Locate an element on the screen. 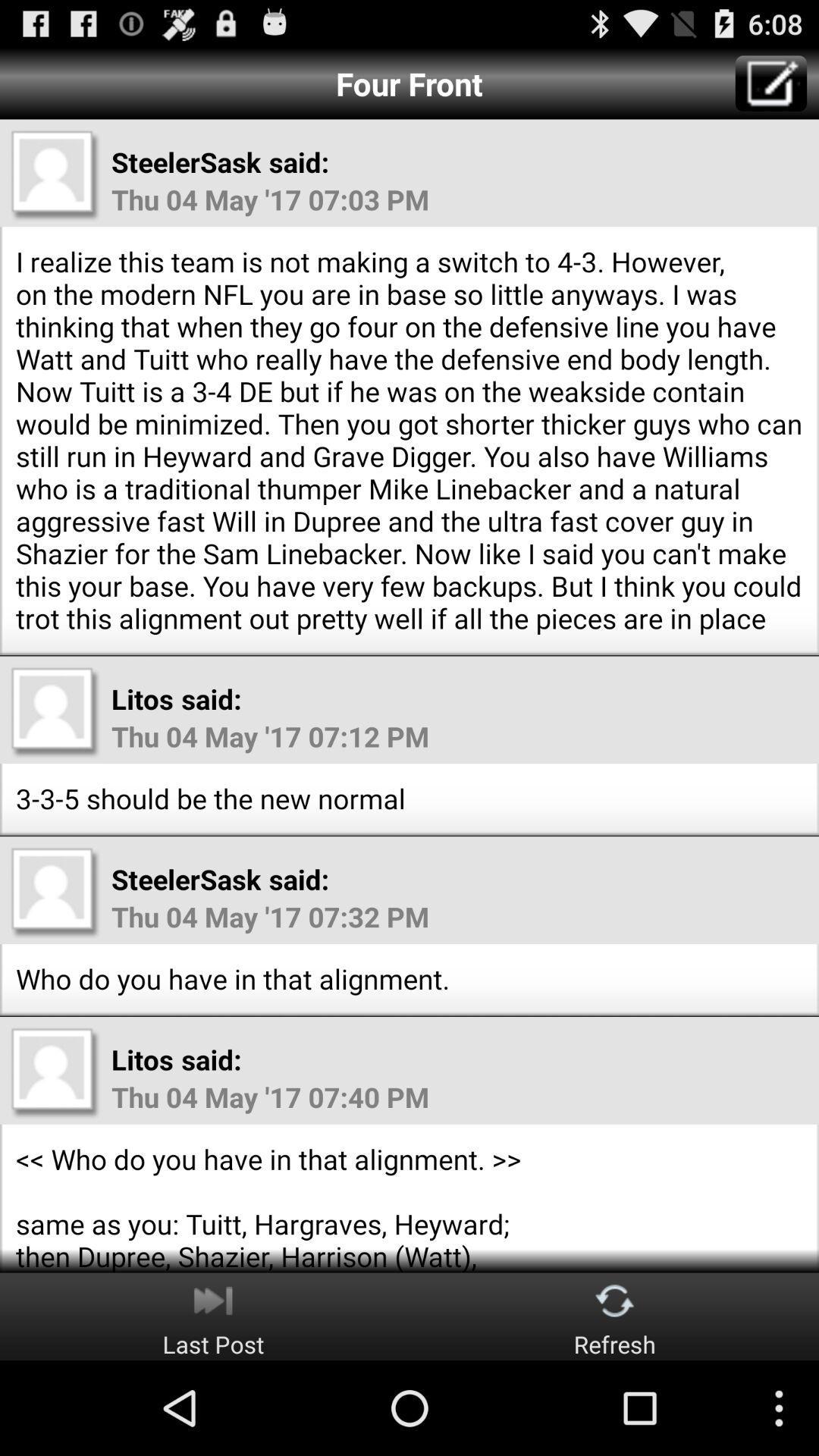 This screenshot has height=1456, width=819. the button to the right of last post is located at coordinates (615, 1316).